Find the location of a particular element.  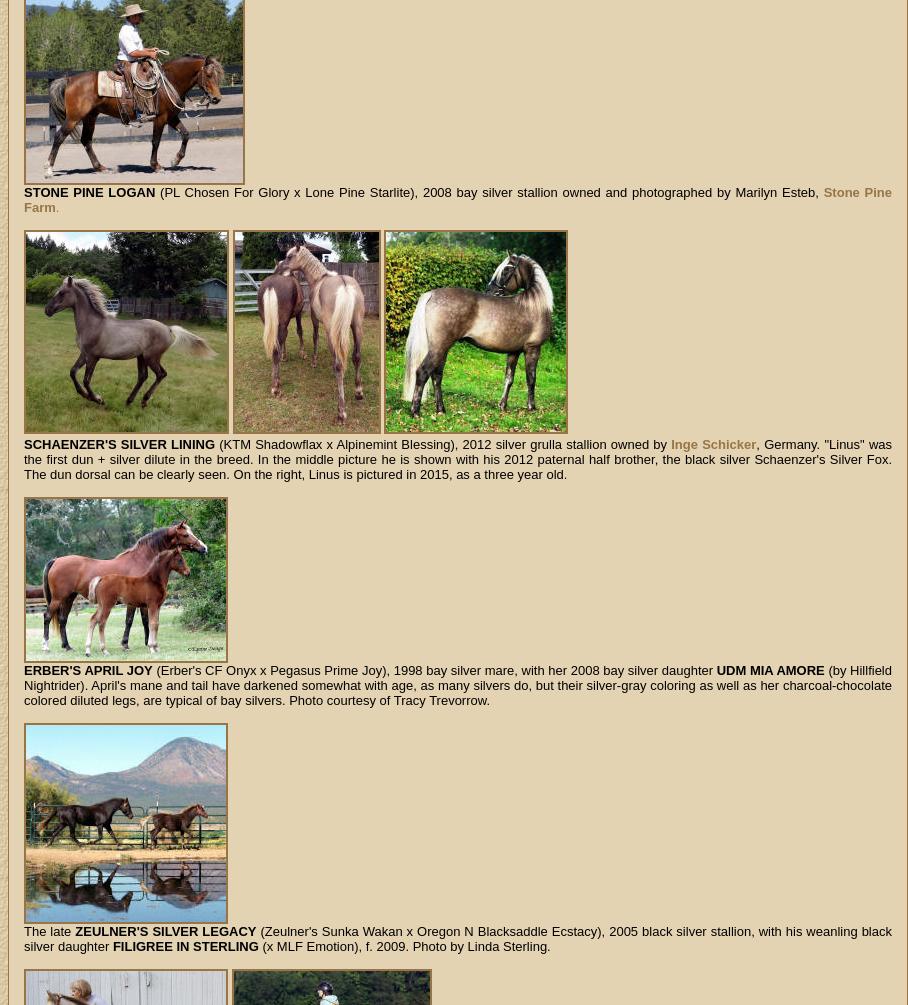

'Inge Schicker' is located at coordinates (712, 444).